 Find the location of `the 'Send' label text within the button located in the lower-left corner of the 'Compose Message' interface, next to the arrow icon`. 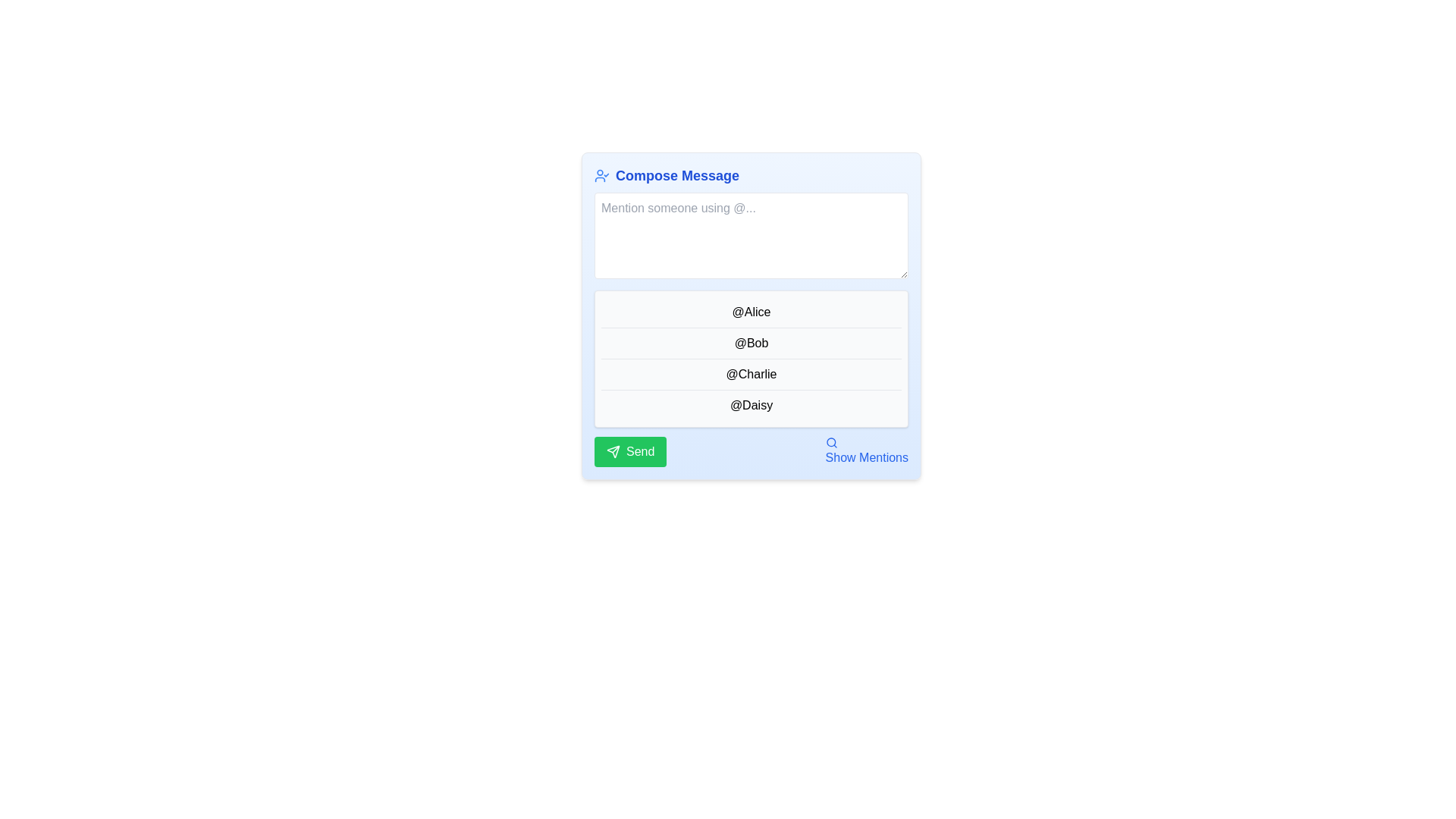

the 'Send' label text within the button located in the lower-left corner of the 'Compose Message' interface, next to the arrow icon is located at coordinates (640, 451).